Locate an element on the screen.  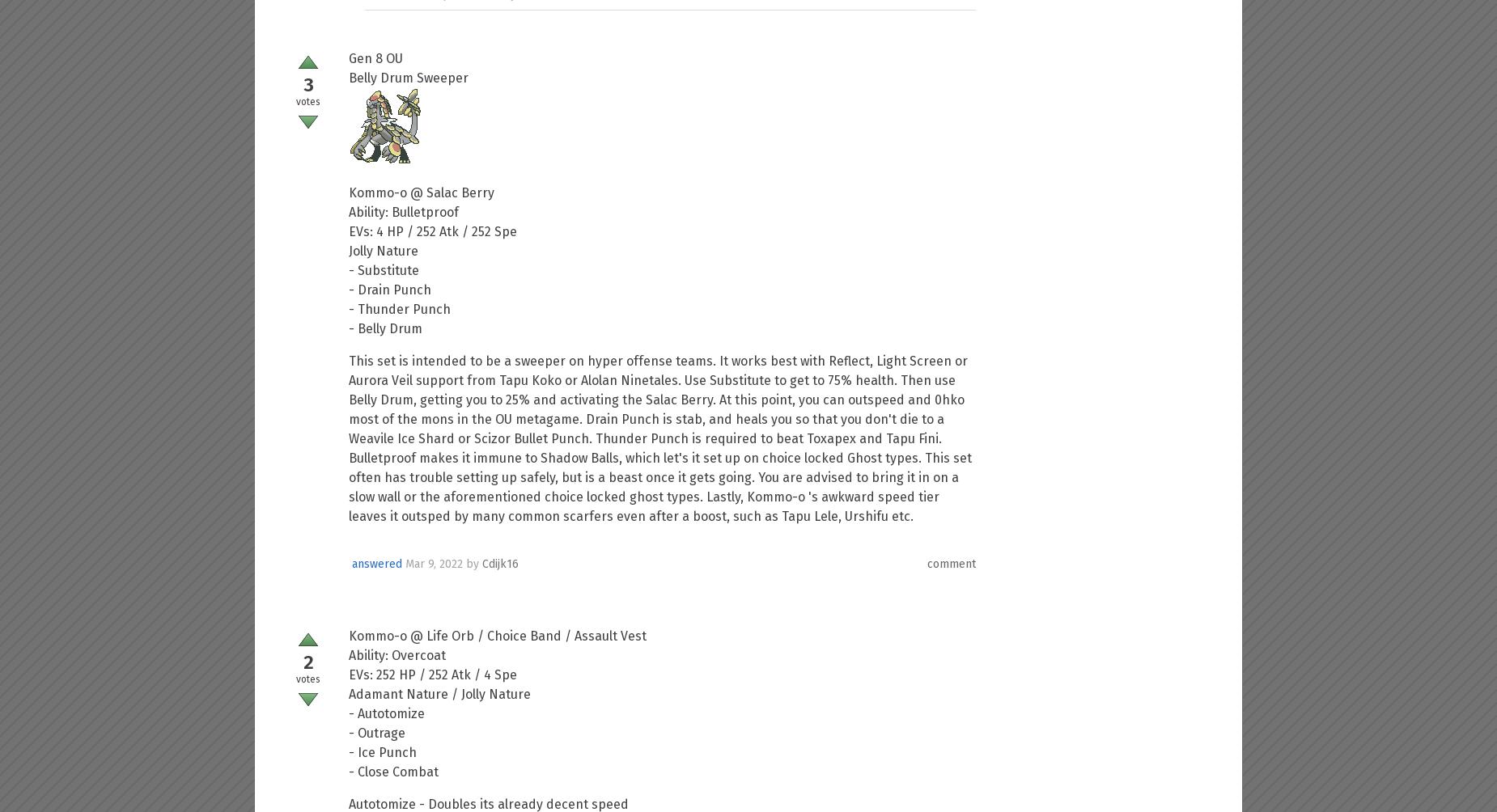
'EVs: 252 HP / 252 Atk / 4 Spe' is located at coordinates (433, 675).